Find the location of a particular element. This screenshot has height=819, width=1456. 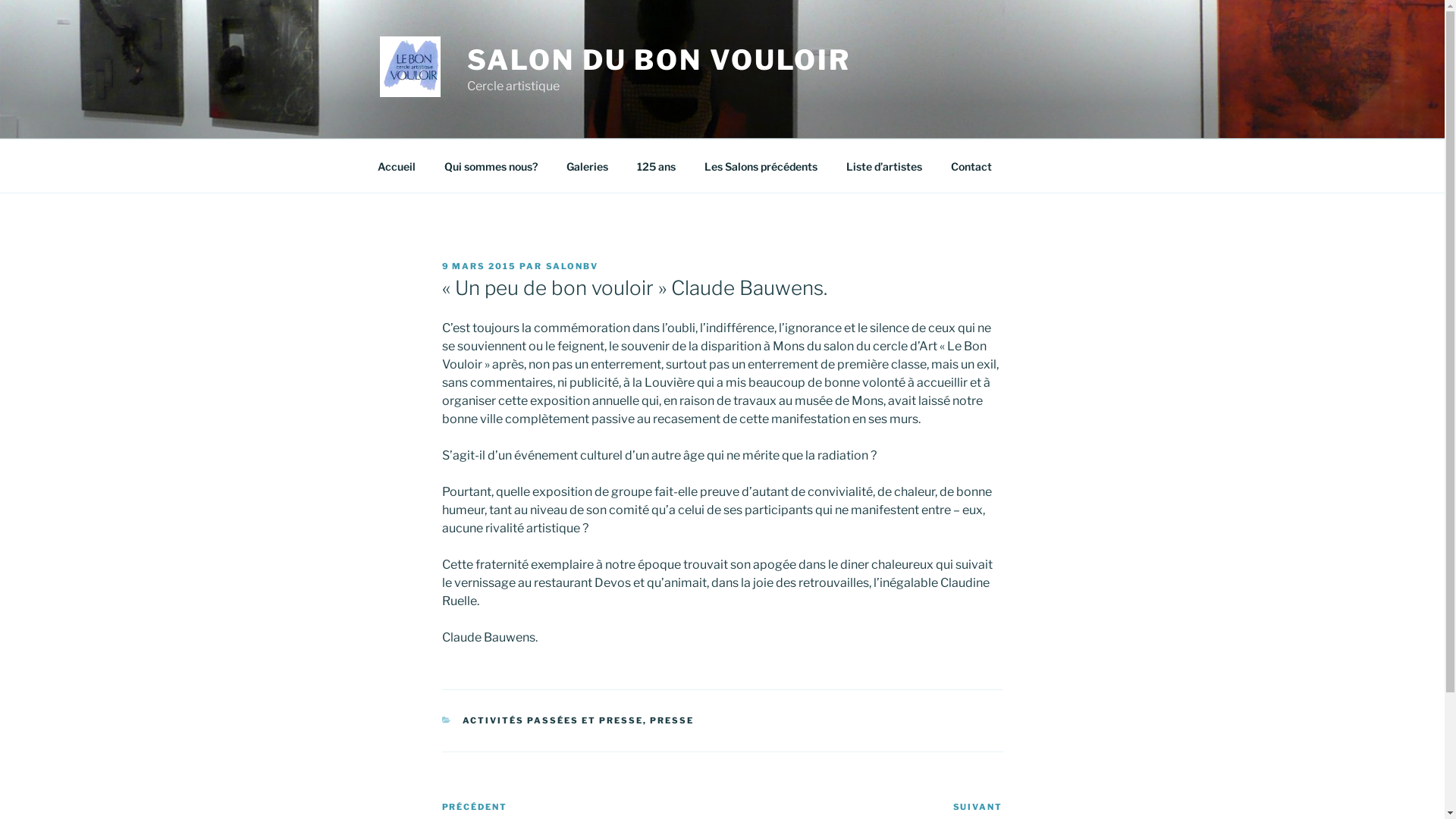

'SALONBV' is located at coordinates (571, 265).